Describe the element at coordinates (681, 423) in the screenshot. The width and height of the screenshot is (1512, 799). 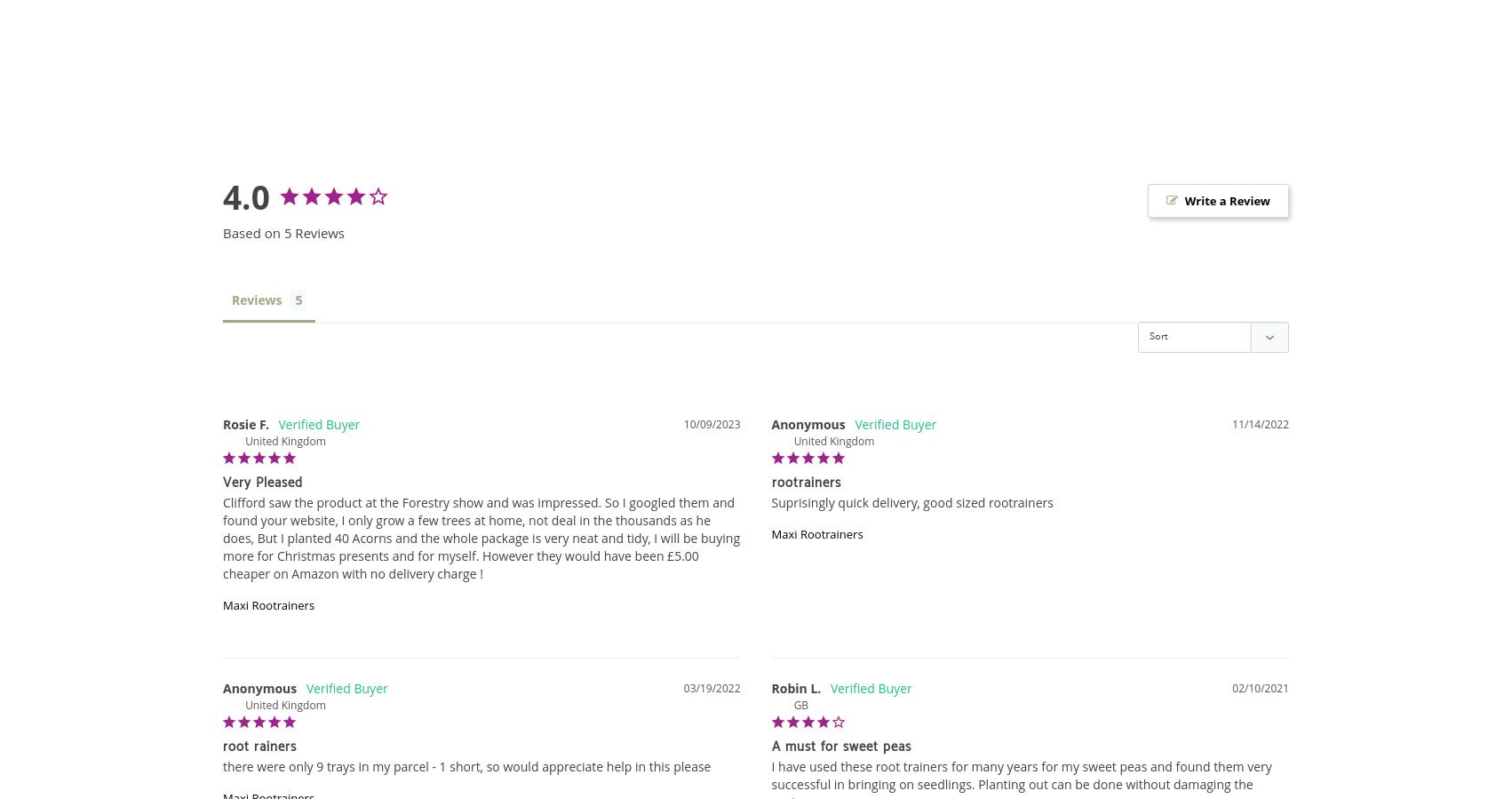
I see `'10/09/2023'` at that location.